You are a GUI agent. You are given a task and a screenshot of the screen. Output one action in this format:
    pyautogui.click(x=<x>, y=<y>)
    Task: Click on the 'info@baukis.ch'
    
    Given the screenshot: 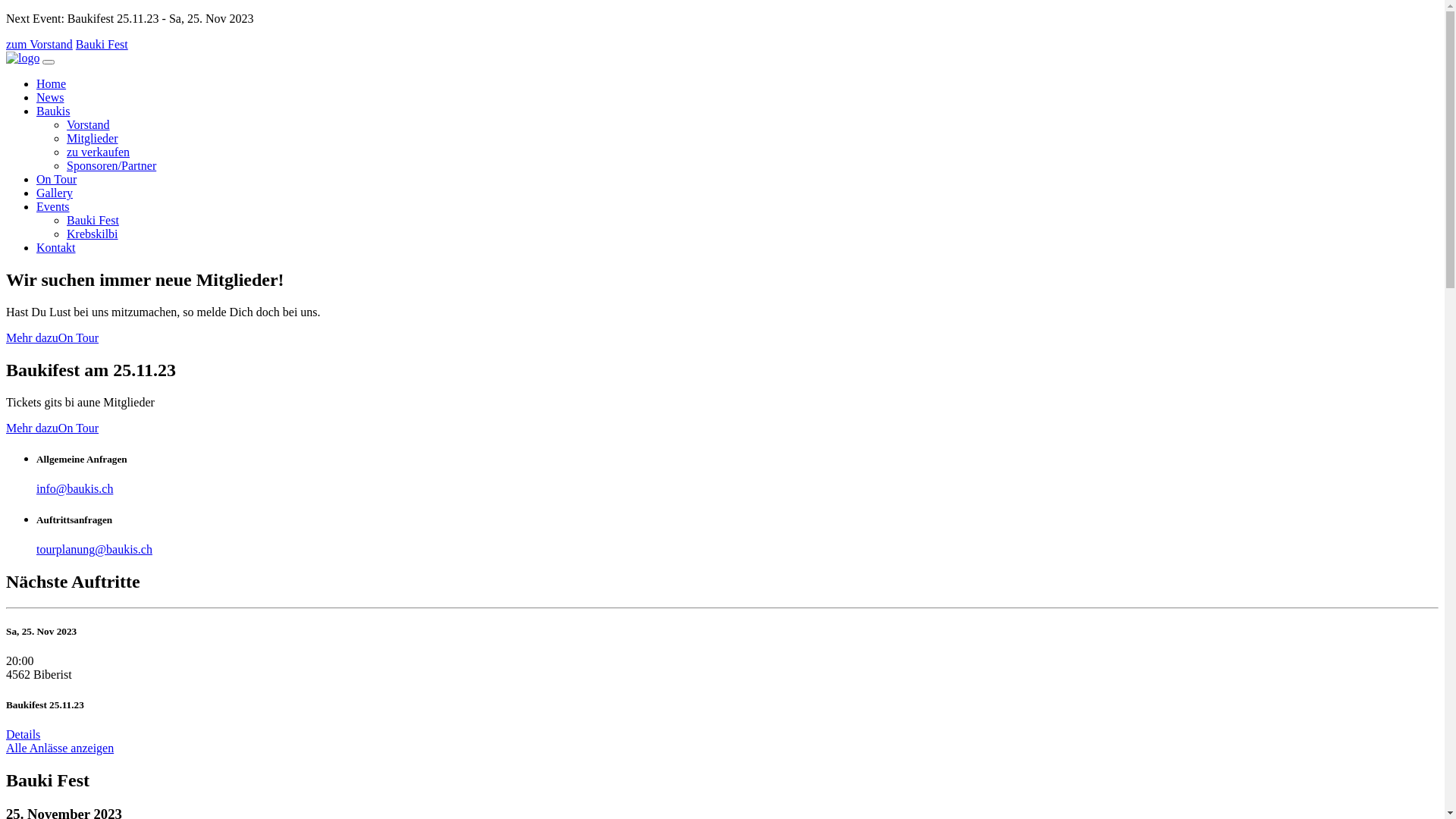 What is the action you would take?
    pyautogui.click(x=74, y=488)
    